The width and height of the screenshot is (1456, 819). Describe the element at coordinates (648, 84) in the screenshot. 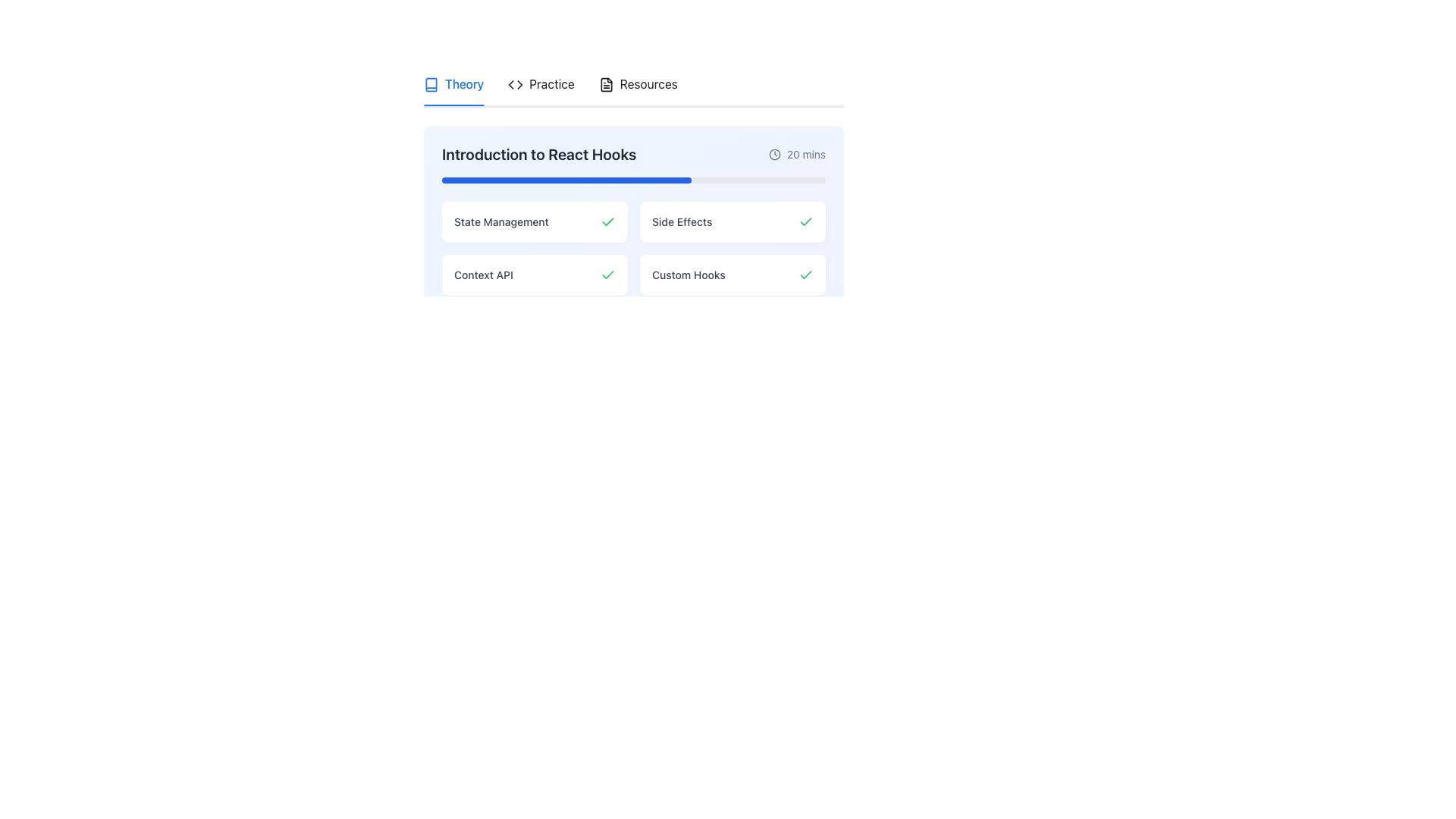

I see `the 'Resources' text label in the top navigation bar` at that location.